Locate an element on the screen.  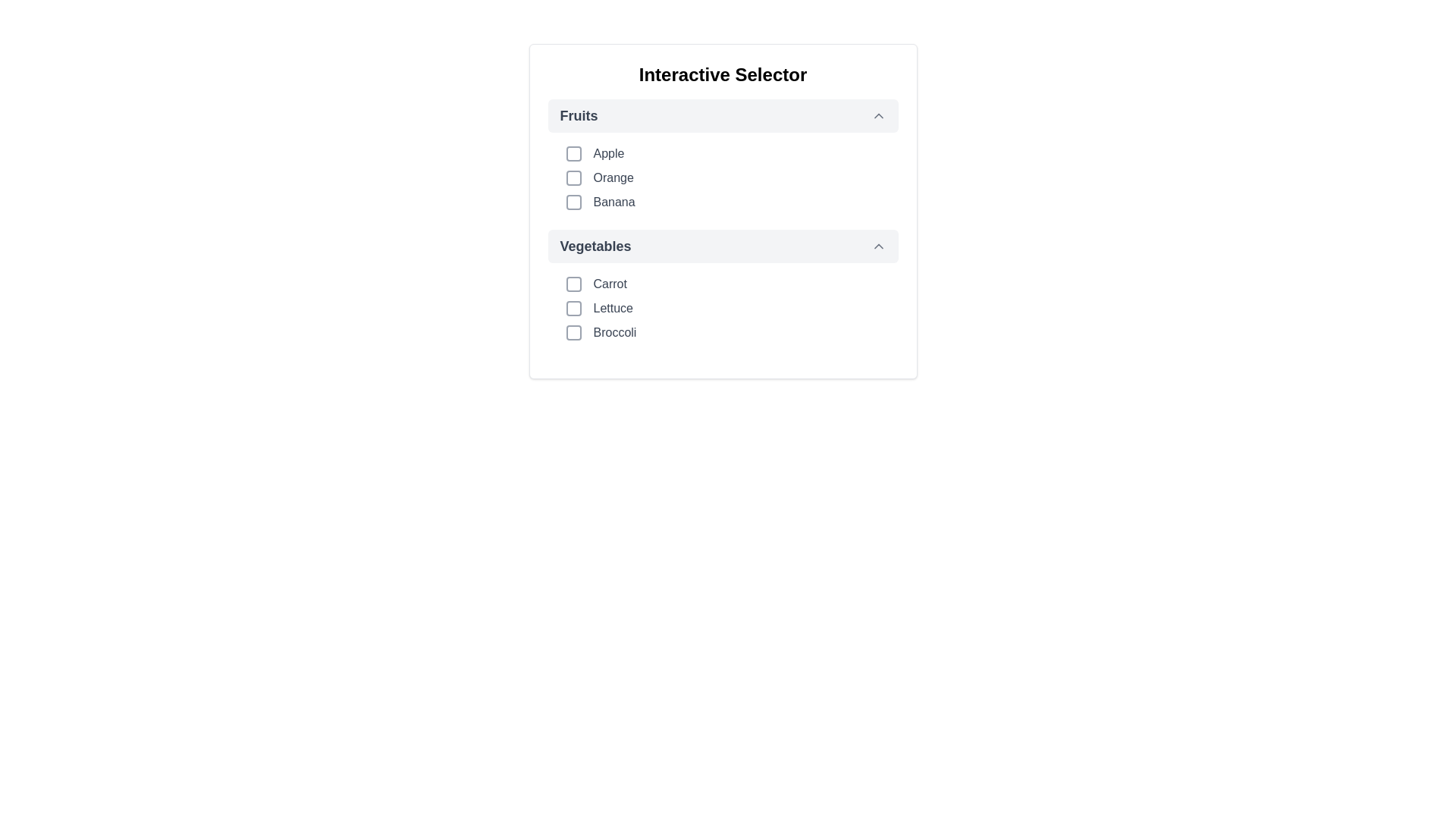
the first checkbox under the 'Vegetables' section is located at coordinates (732, 284).